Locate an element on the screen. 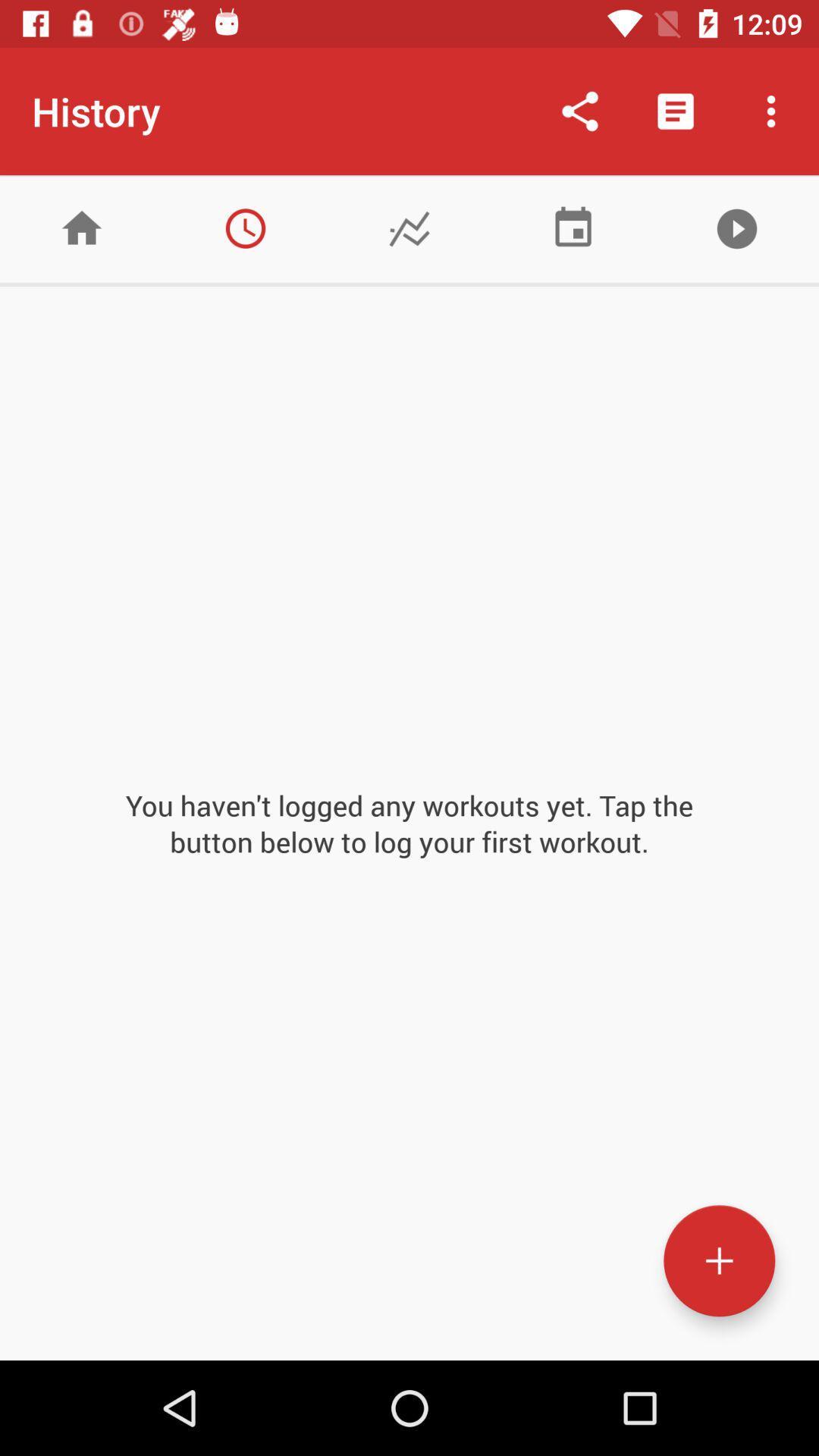  the add icon is located at coordinates (718, 1260).